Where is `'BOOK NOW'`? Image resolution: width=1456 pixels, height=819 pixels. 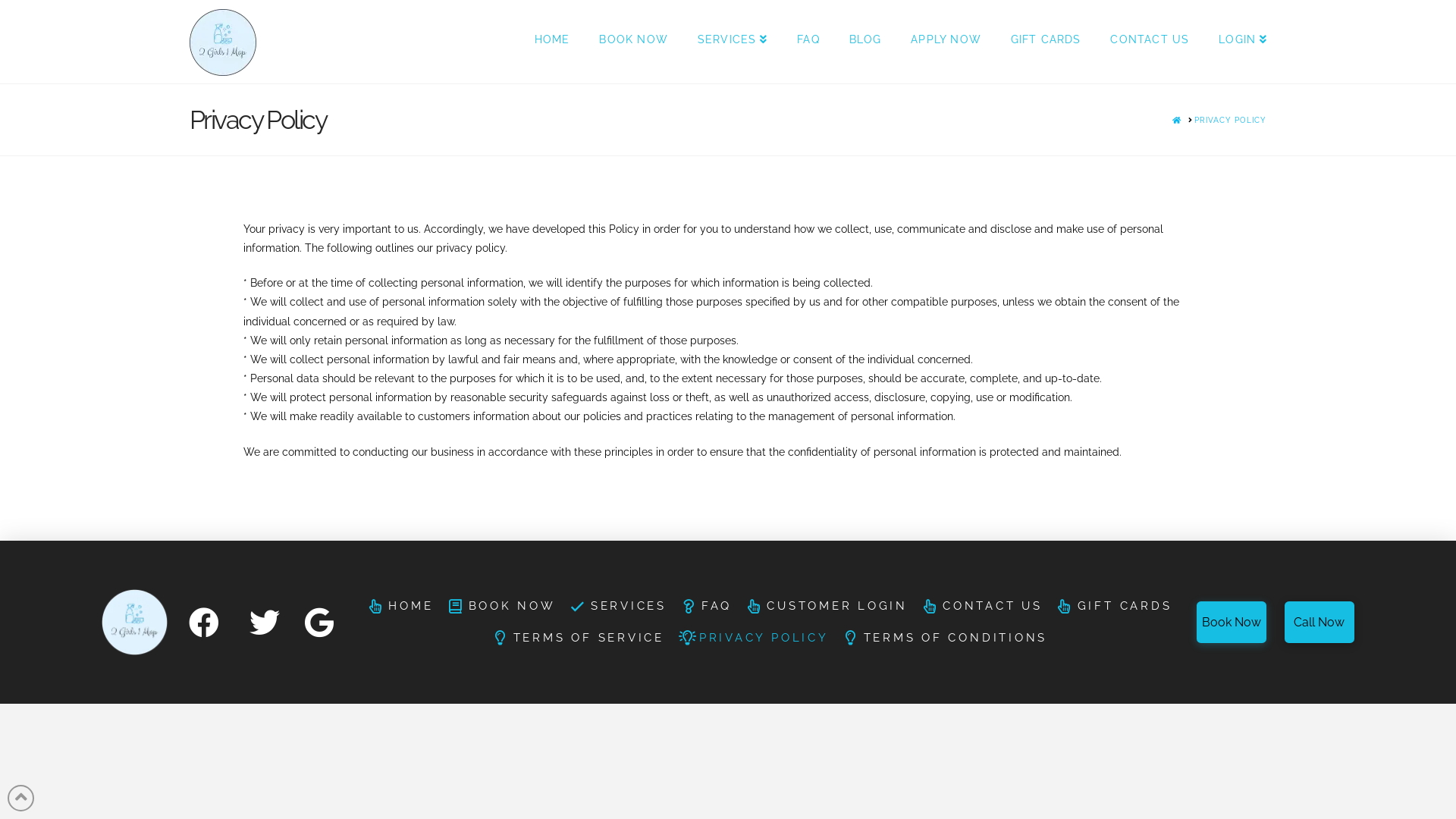
'BOOK NOW' is located at coordinates (438, 605).